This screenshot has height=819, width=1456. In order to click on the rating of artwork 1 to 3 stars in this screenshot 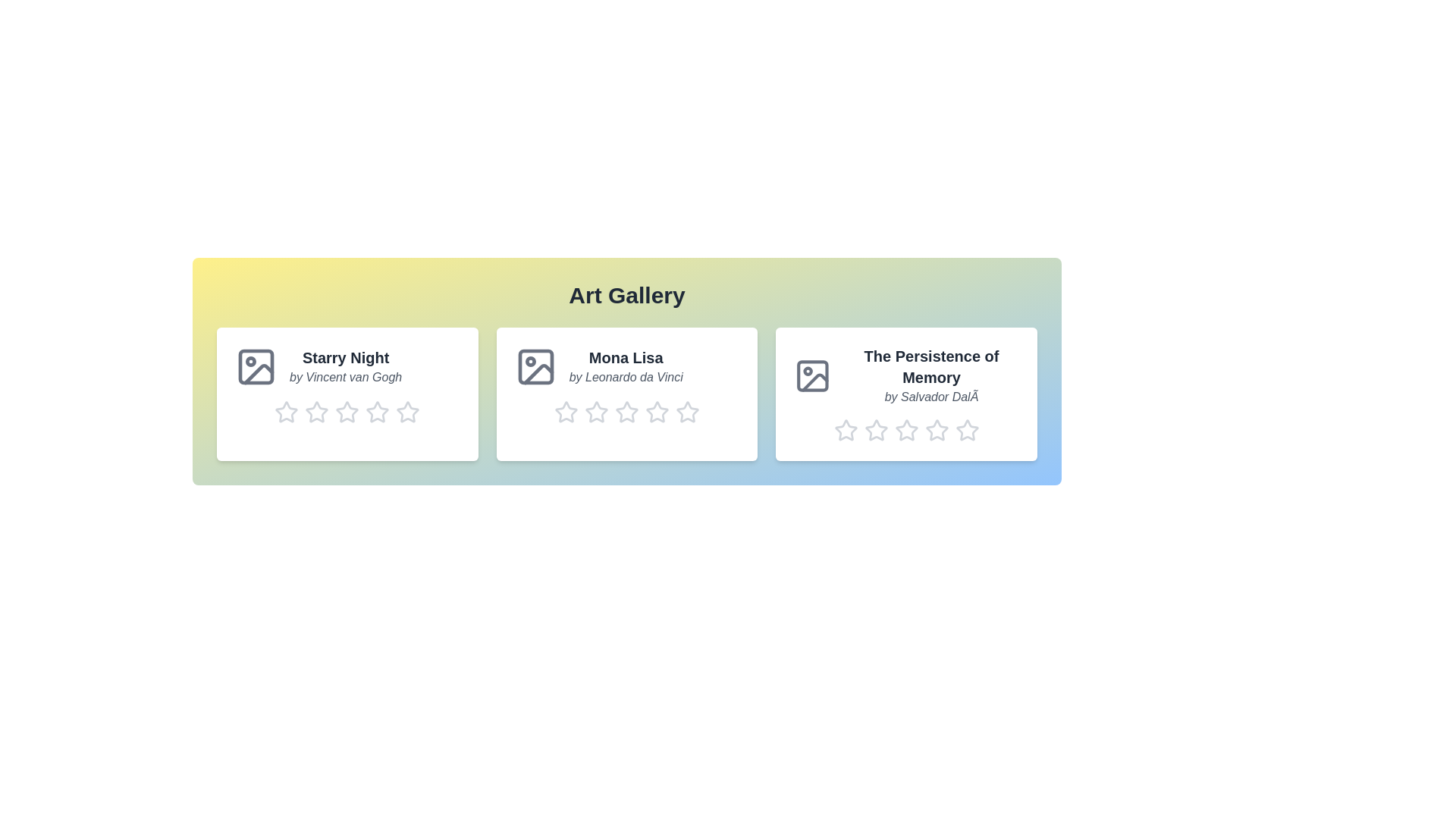, I will do `click(334, 412)`.